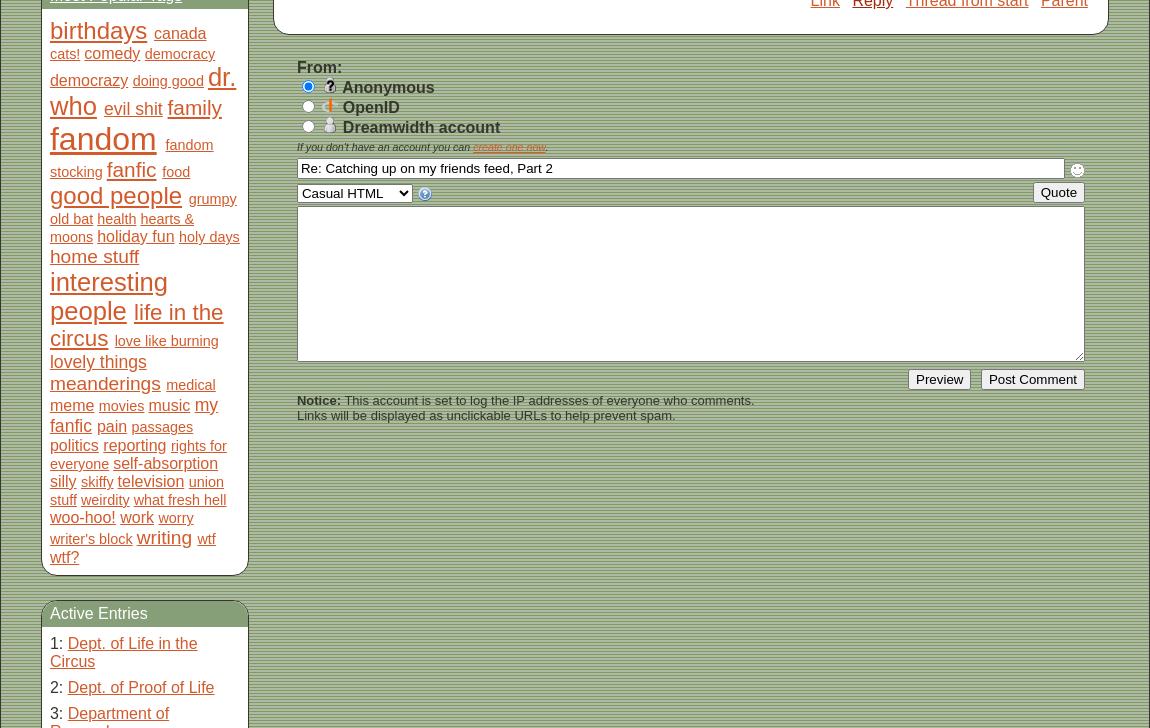  Describe the element at coordinates (296, 146) in the screenshot. I see `'If you don't have an account you can'` at that location.